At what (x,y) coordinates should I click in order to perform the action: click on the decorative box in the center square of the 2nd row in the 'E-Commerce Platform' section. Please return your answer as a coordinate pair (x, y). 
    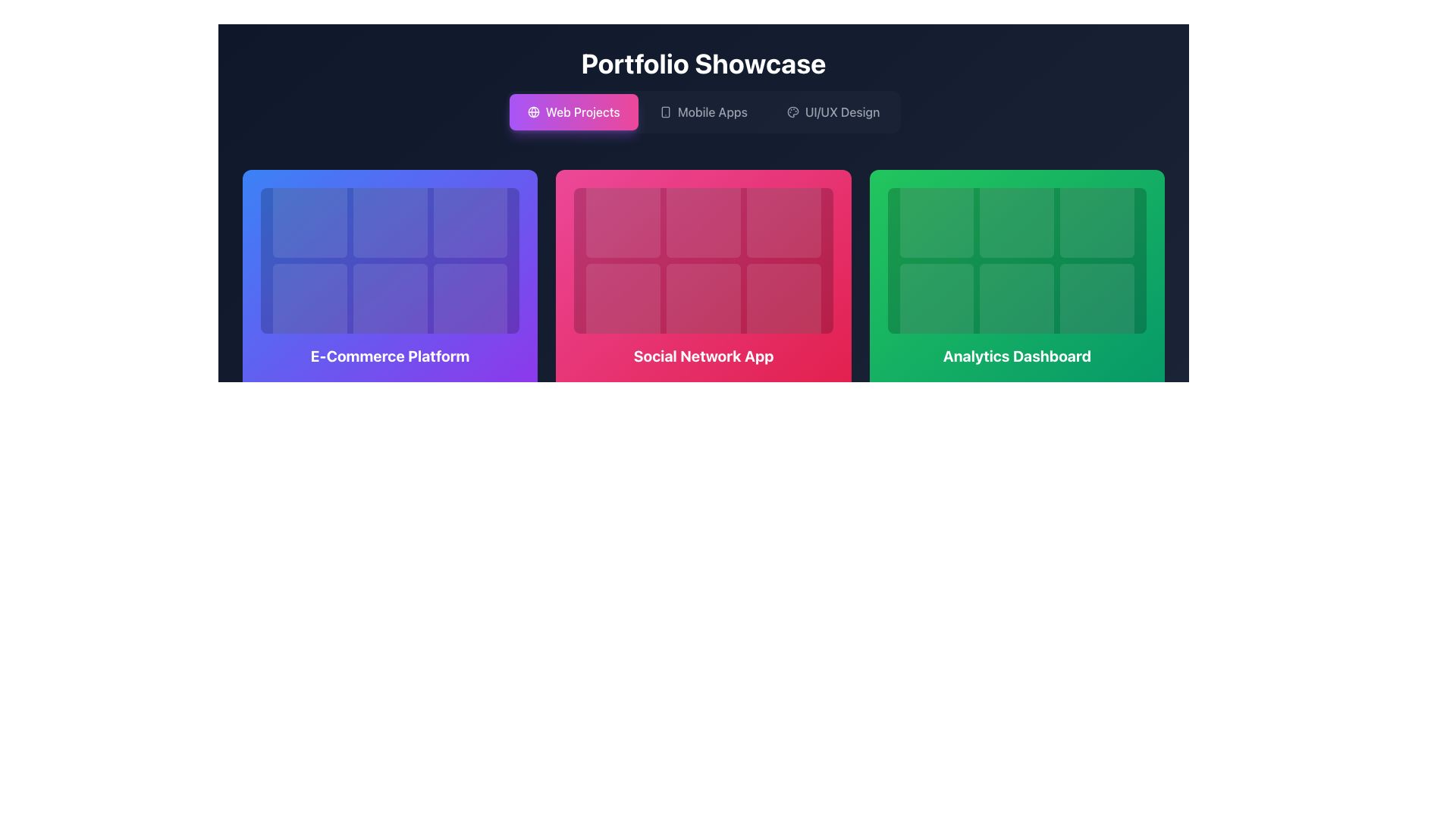
    Looking at the image, I should click on (390, 300).